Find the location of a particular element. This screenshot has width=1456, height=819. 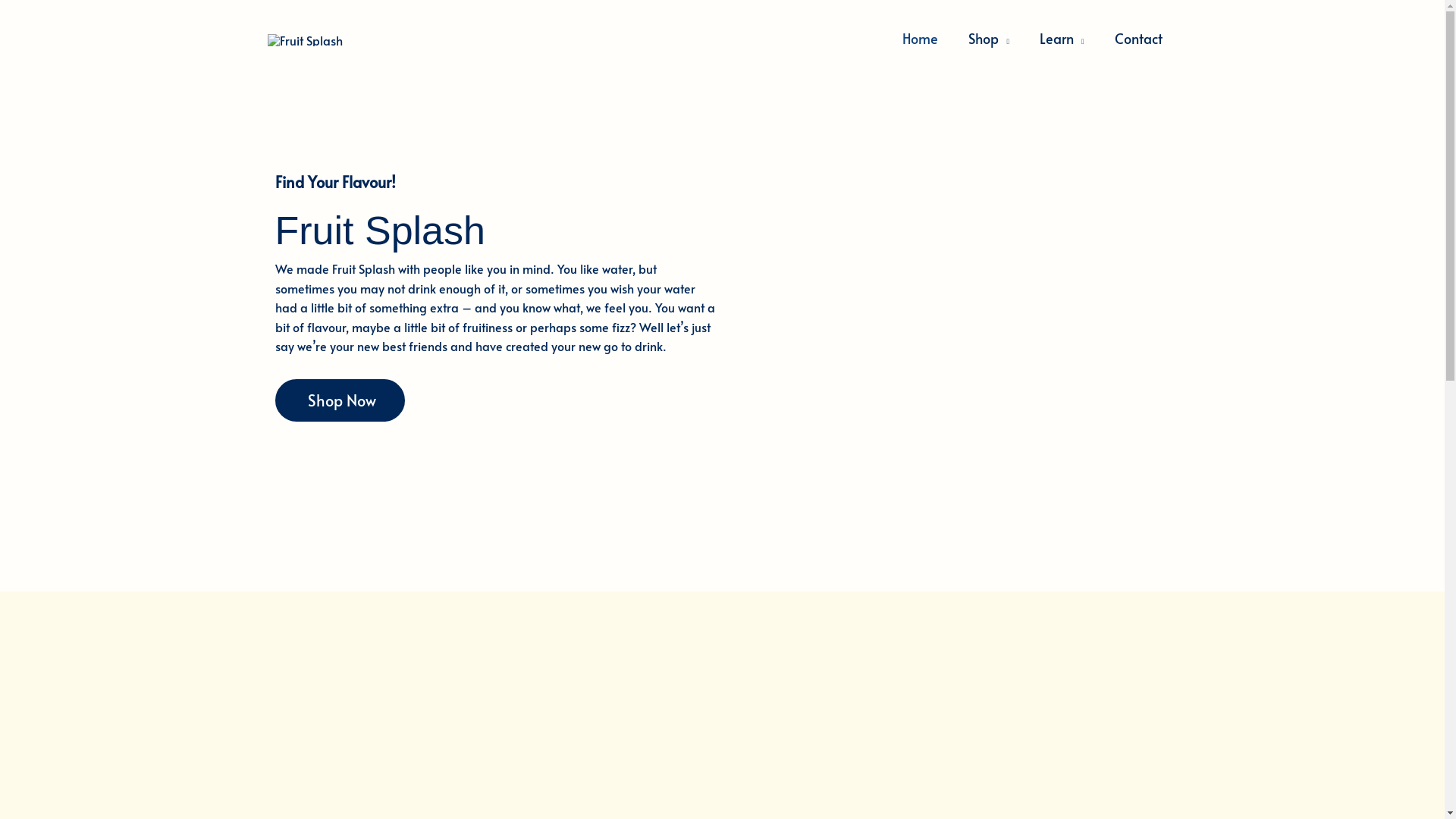

'Shop Now' is located at coordinates (274, 400).